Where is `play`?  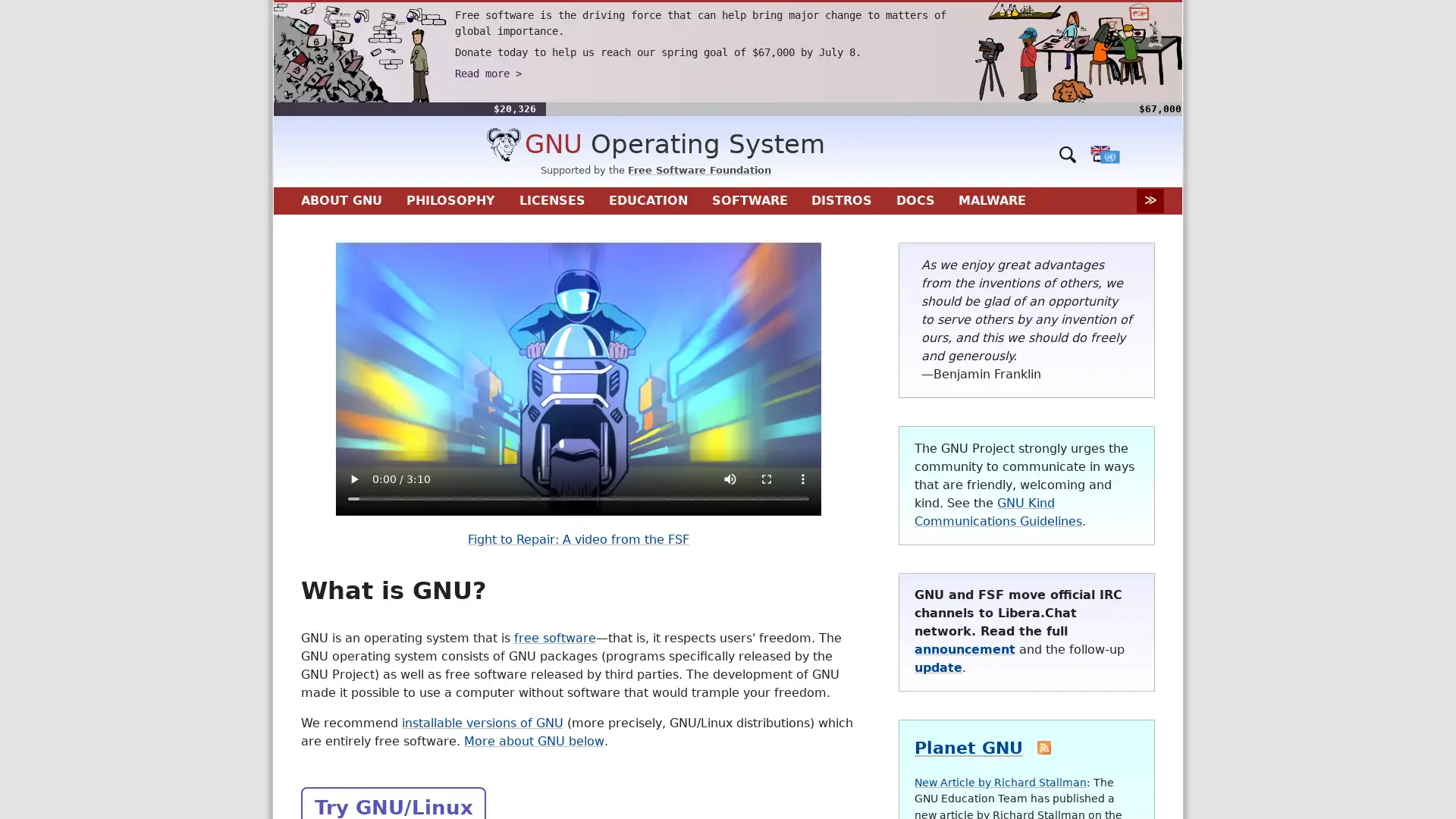
play is located at coordinates (352, 479).